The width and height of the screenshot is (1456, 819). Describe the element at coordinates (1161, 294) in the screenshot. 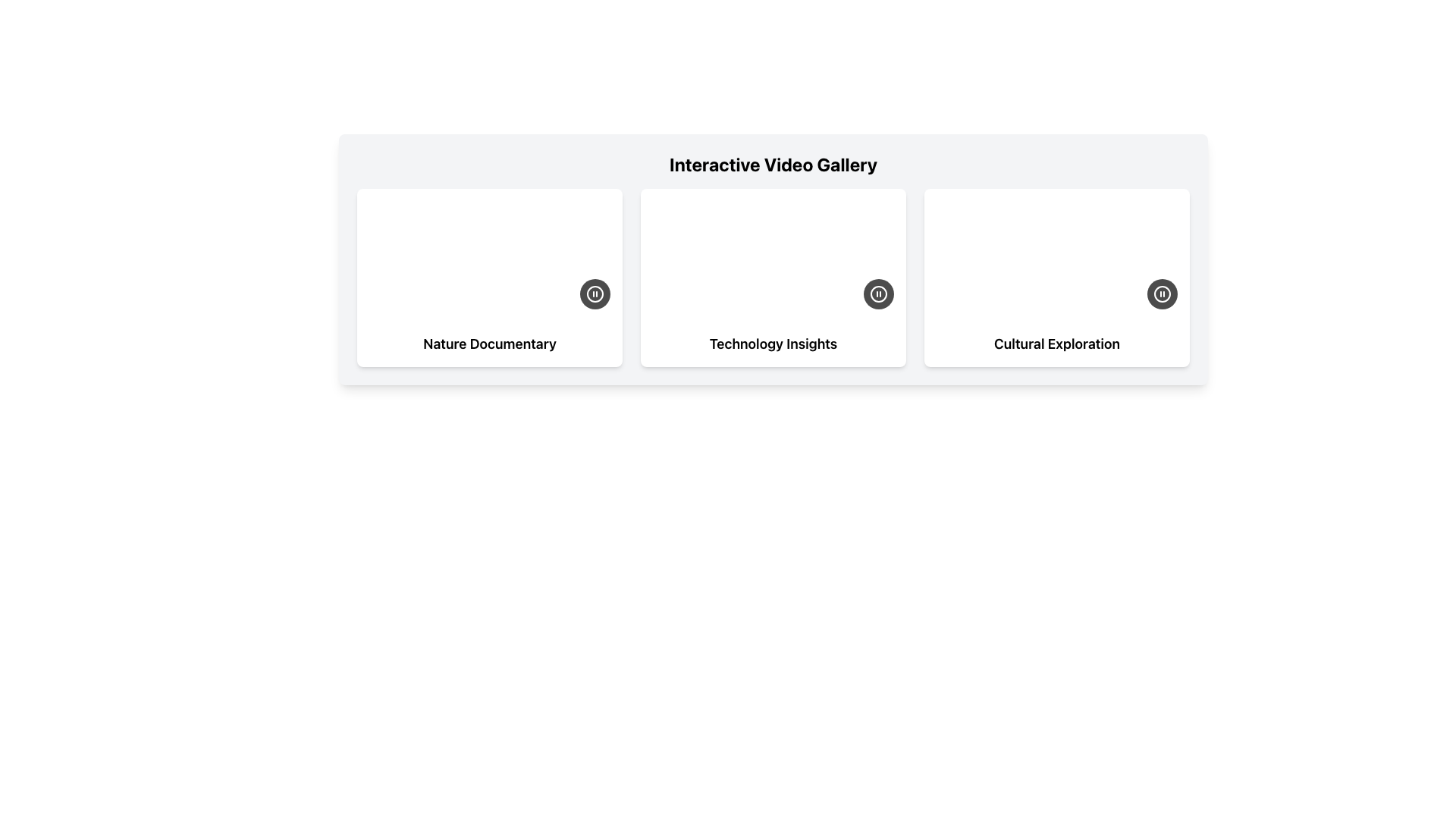

I see `the circular pause button located in the bottom-right corner of the 'Cultural Exploration' card` at that location.